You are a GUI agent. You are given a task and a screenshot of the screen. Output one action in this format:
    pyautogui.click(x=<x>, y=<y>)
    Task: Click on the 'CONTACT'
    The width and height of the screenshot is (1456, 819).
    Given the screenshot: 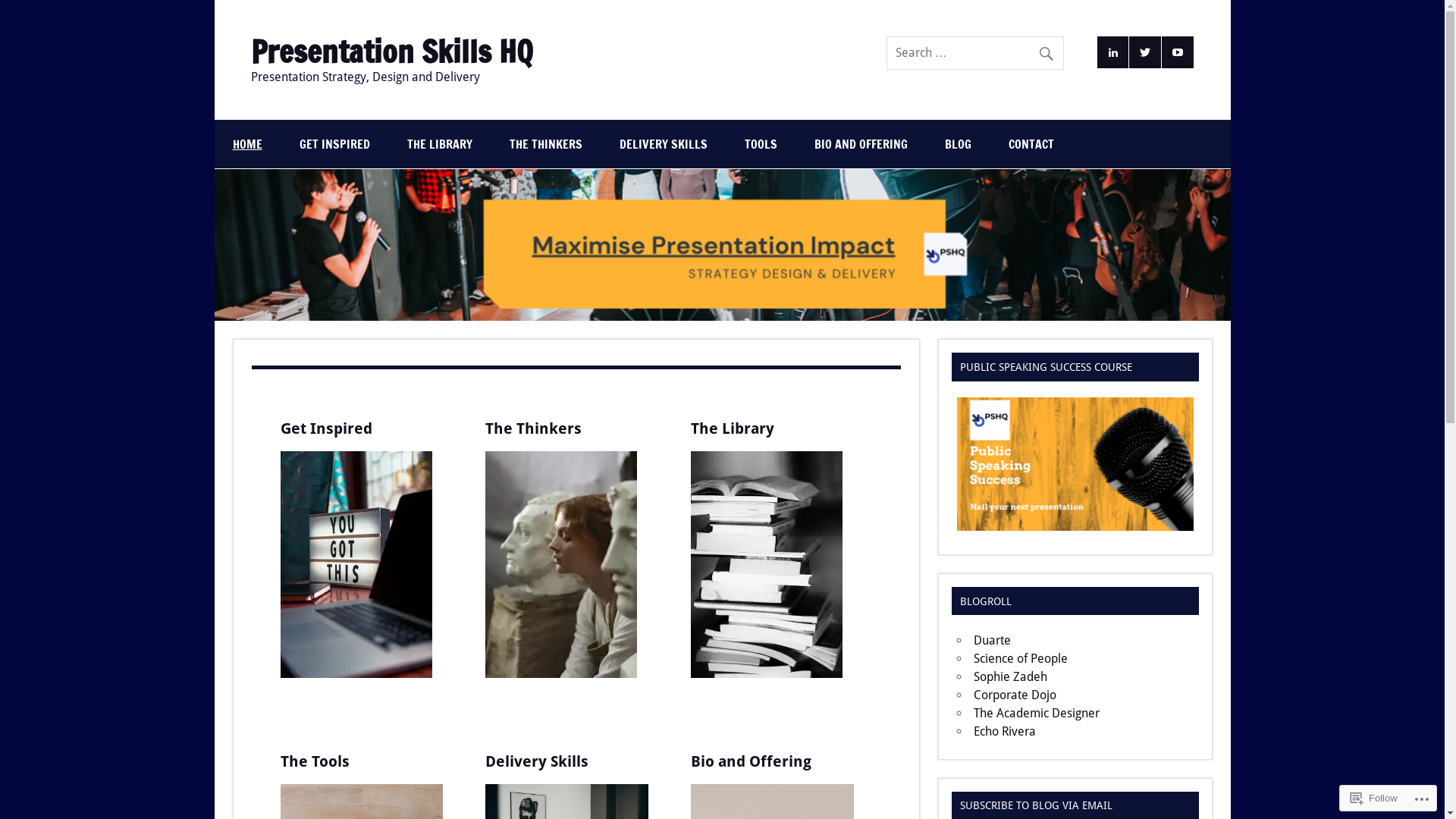 What is the action you would take?
    pyautogui.click(x=1031, y=143)
    